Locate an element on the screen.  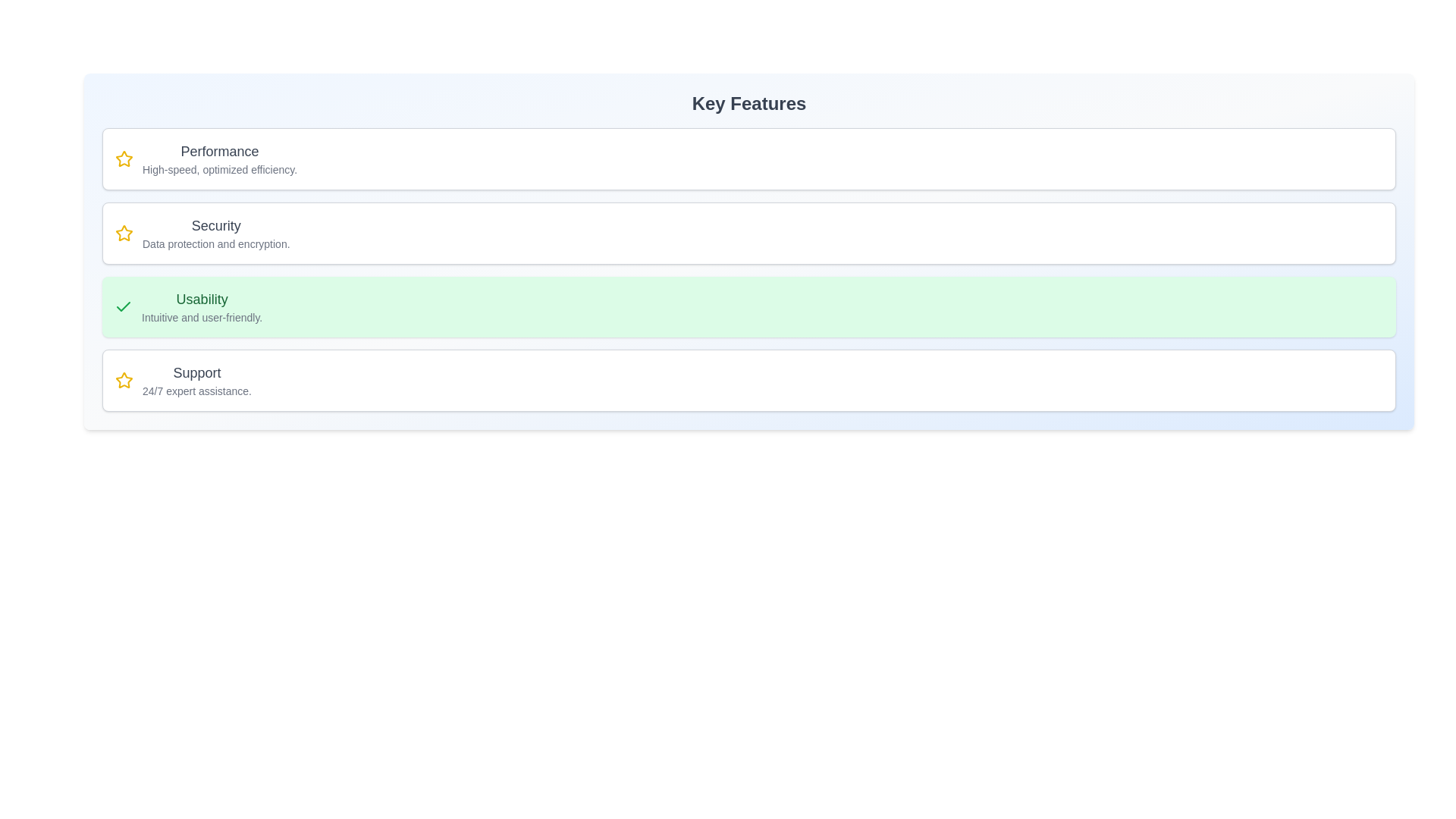
the card with Usability to observe visual changes is located at coordinates (749, 307).